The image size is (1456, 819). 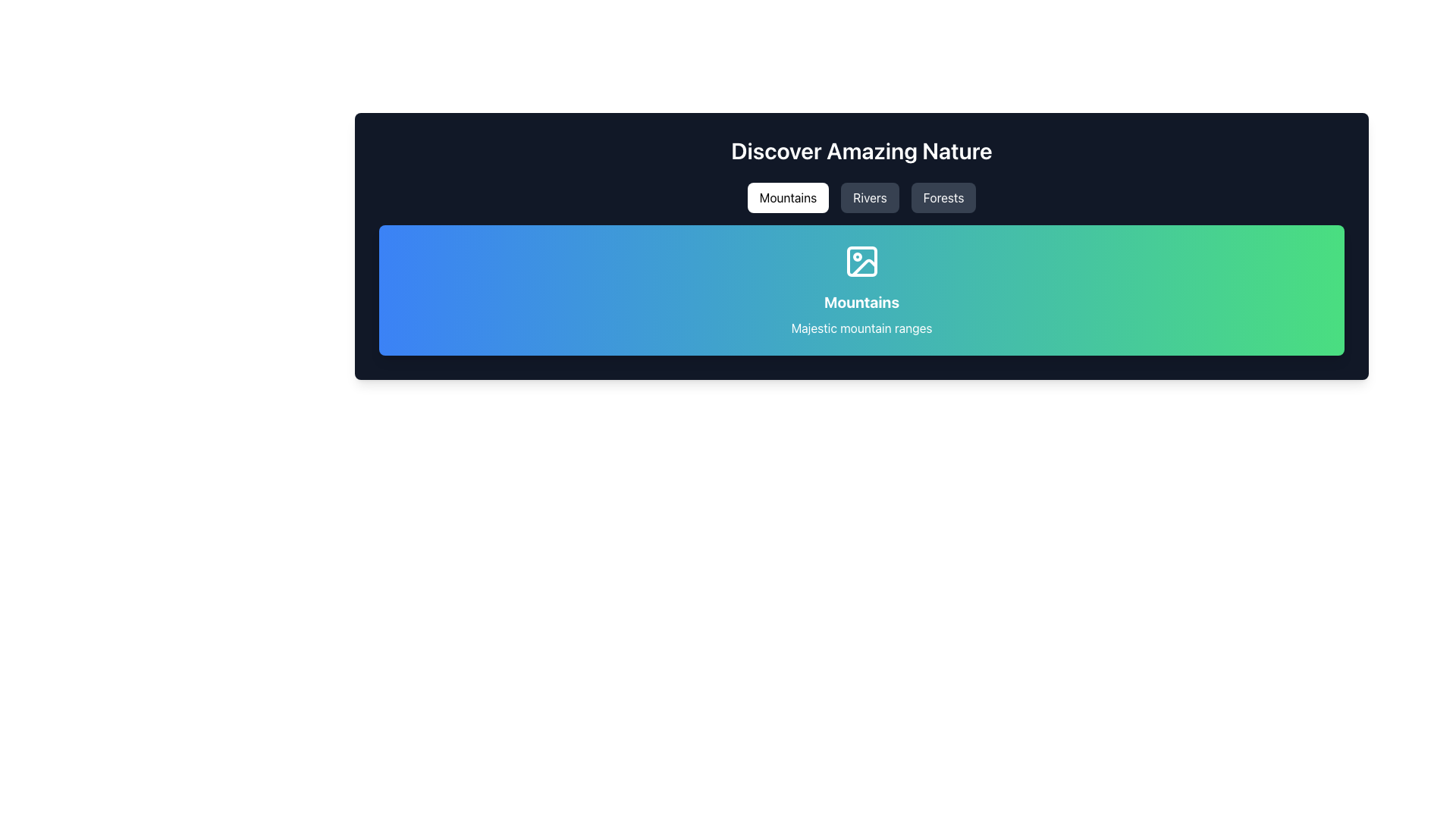 I want to click on the descriptive subtitle 'Majestic mountain ranges' located at the bottom of the 'Mountains' card element, so click(x=861, y=327).